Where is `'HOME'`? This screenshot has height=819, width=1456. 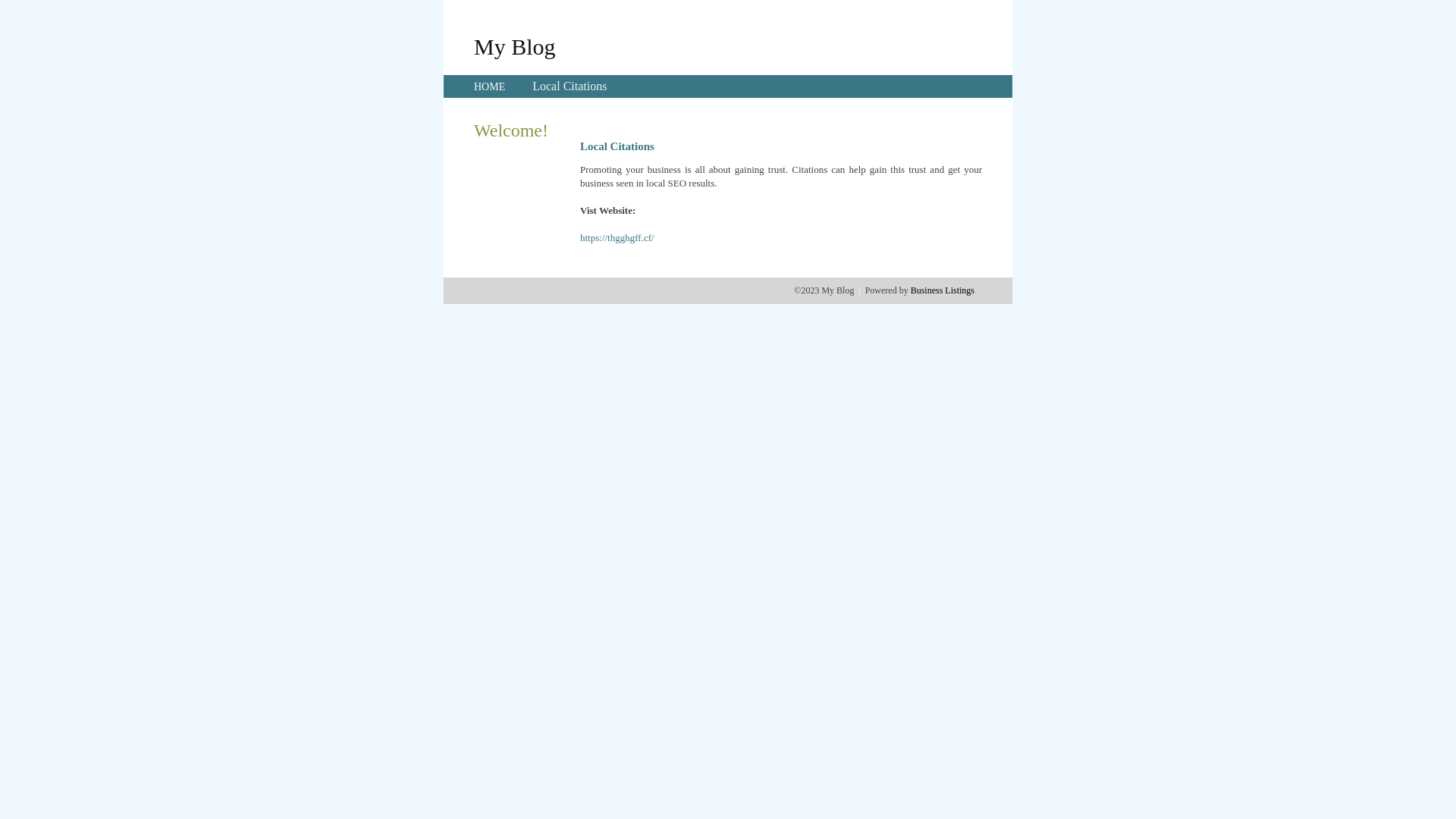
'HOME' is located at coordinates (489, 86).